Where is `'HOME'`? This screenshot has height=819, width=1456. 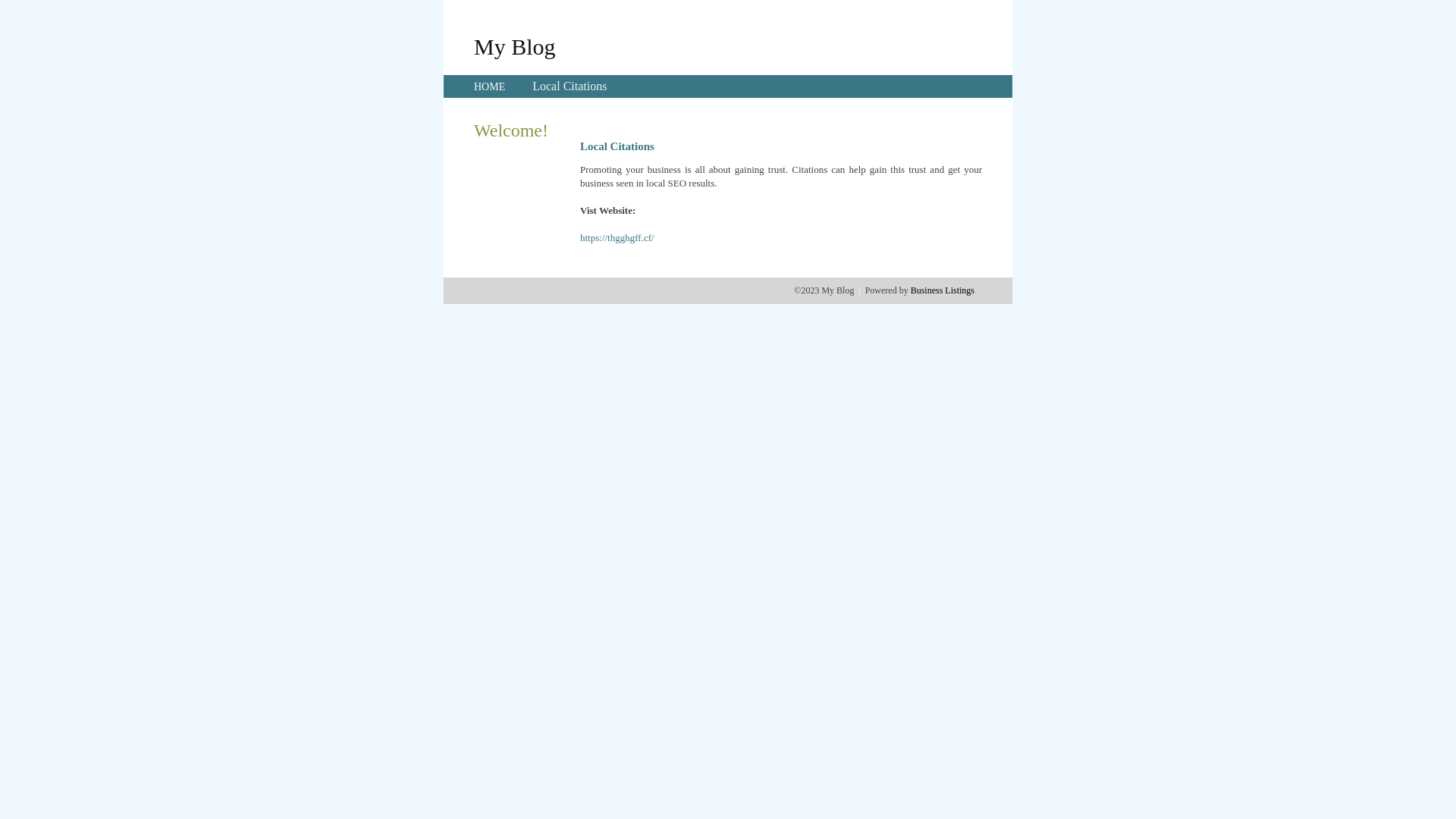
'HOME' is located at coordinates (489, 86).